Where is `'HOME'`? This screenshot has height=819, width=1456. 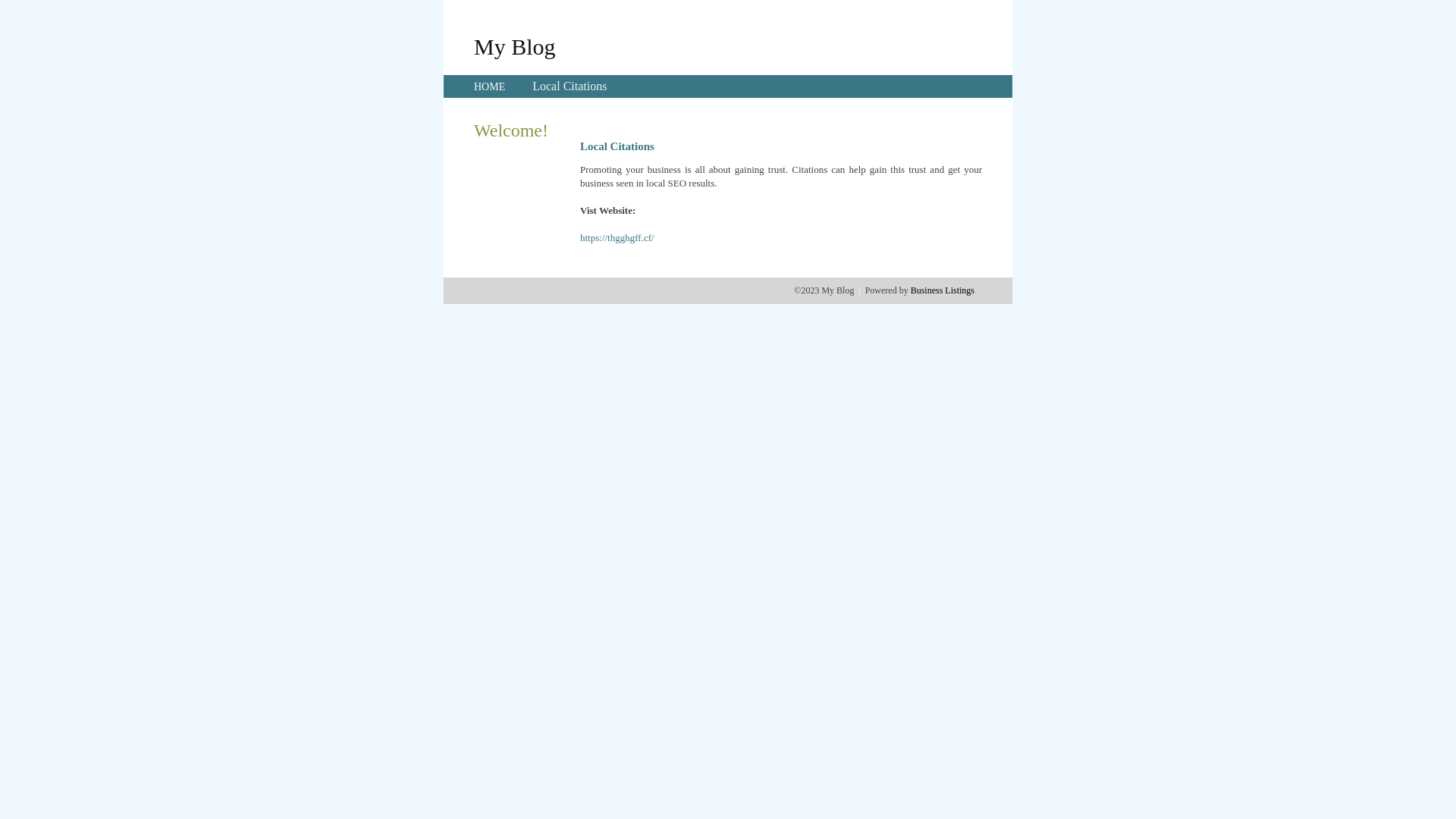
'HOME' is located at coordinates (489, 86).